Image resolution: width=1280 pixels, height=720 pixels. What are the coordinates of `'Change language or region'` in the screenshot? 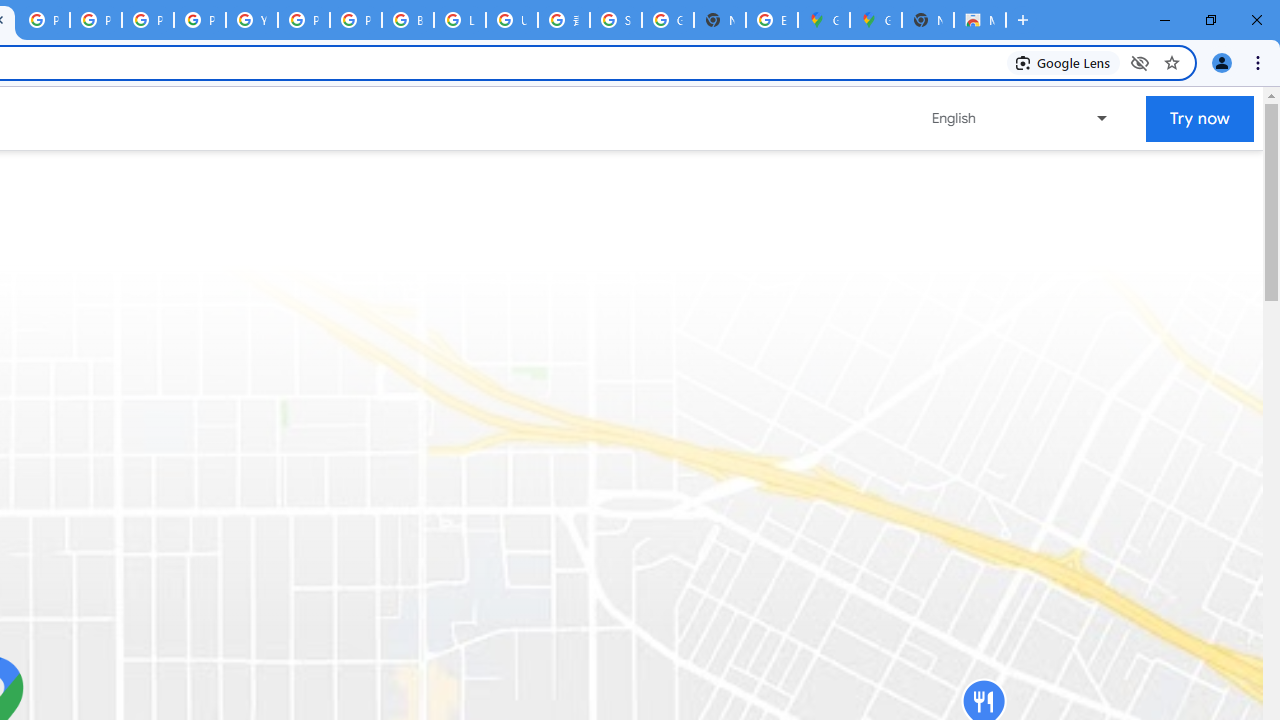 It's located at (1021, 118).